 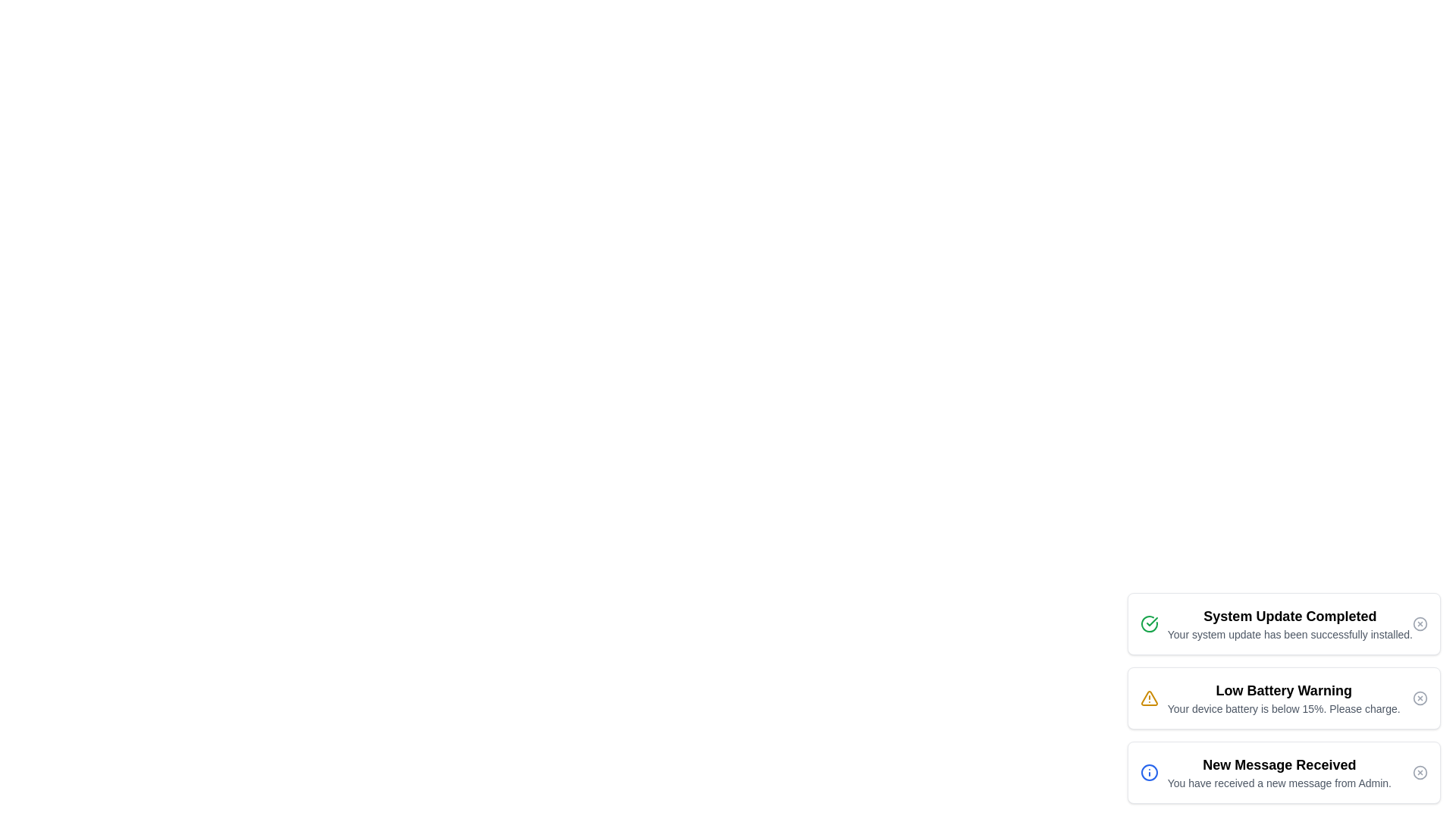 I want to click on the icon button at the far-right edge of the 'Low Battery Warning' notification card, so click(x=1419, y=698).